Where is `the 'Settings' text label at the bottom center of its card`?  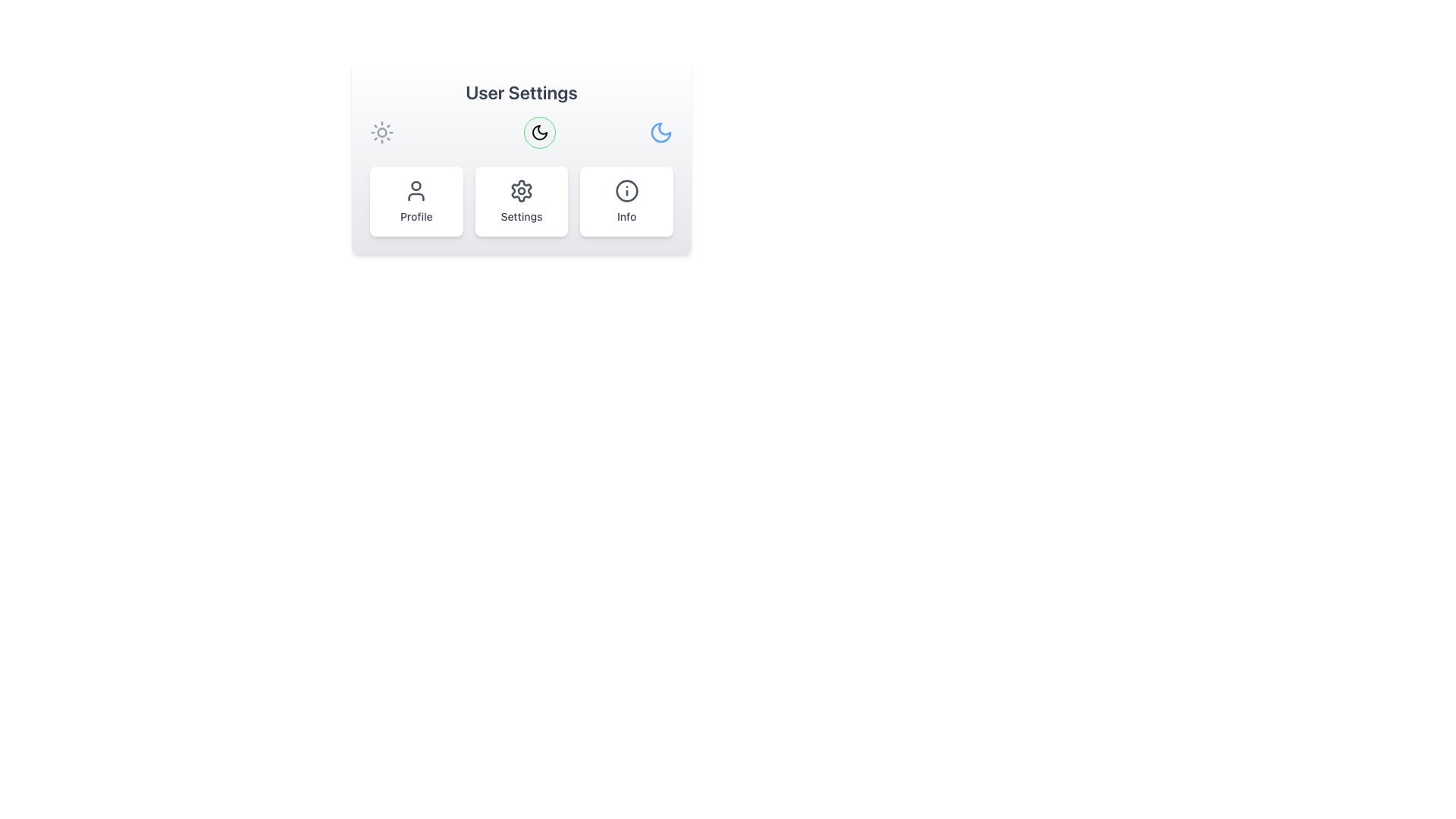
the 'Settings' text label at the bottom center of its card is located at coordinates (521, 216).